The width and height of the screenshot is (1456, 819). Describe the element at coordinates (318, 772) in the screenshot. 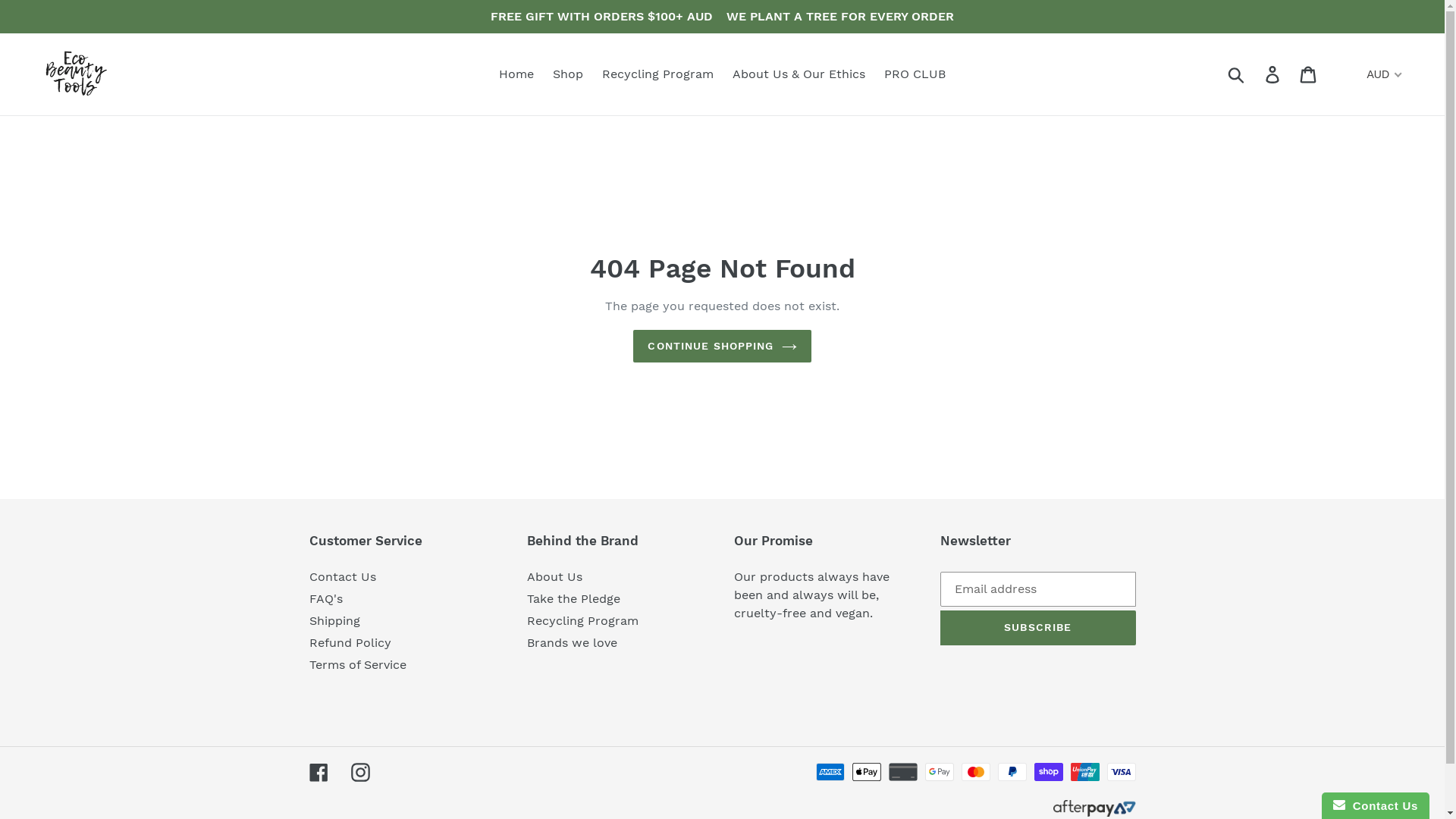

I see `'Facebook'` at that location.